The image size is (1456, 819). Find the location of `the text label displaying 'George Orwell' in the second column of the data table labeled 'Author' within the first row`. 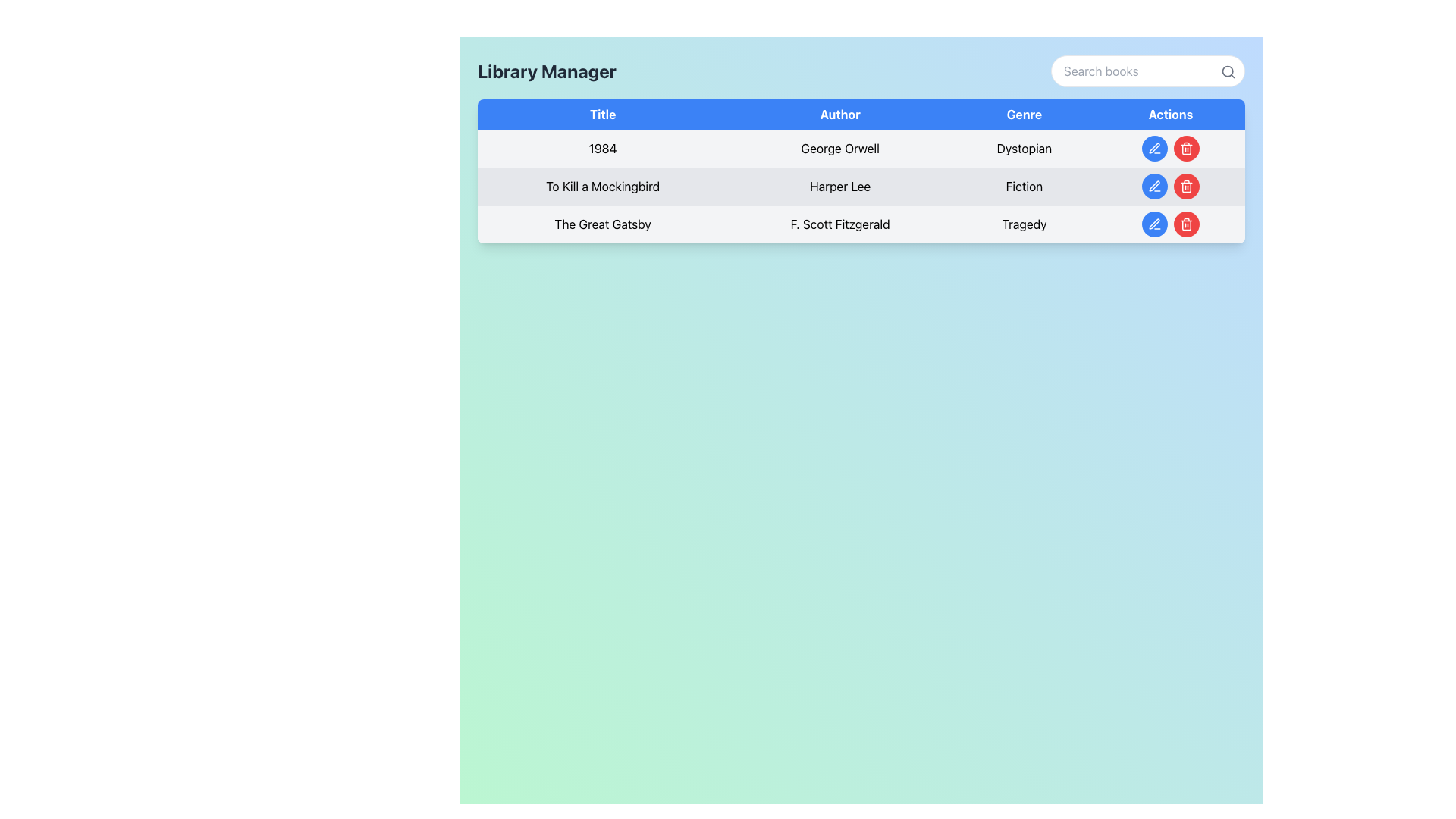

the text label displaying 'George Orwell' in the second column of the data table labeled 'Author' within the first row is located at coordinates (839, 149).